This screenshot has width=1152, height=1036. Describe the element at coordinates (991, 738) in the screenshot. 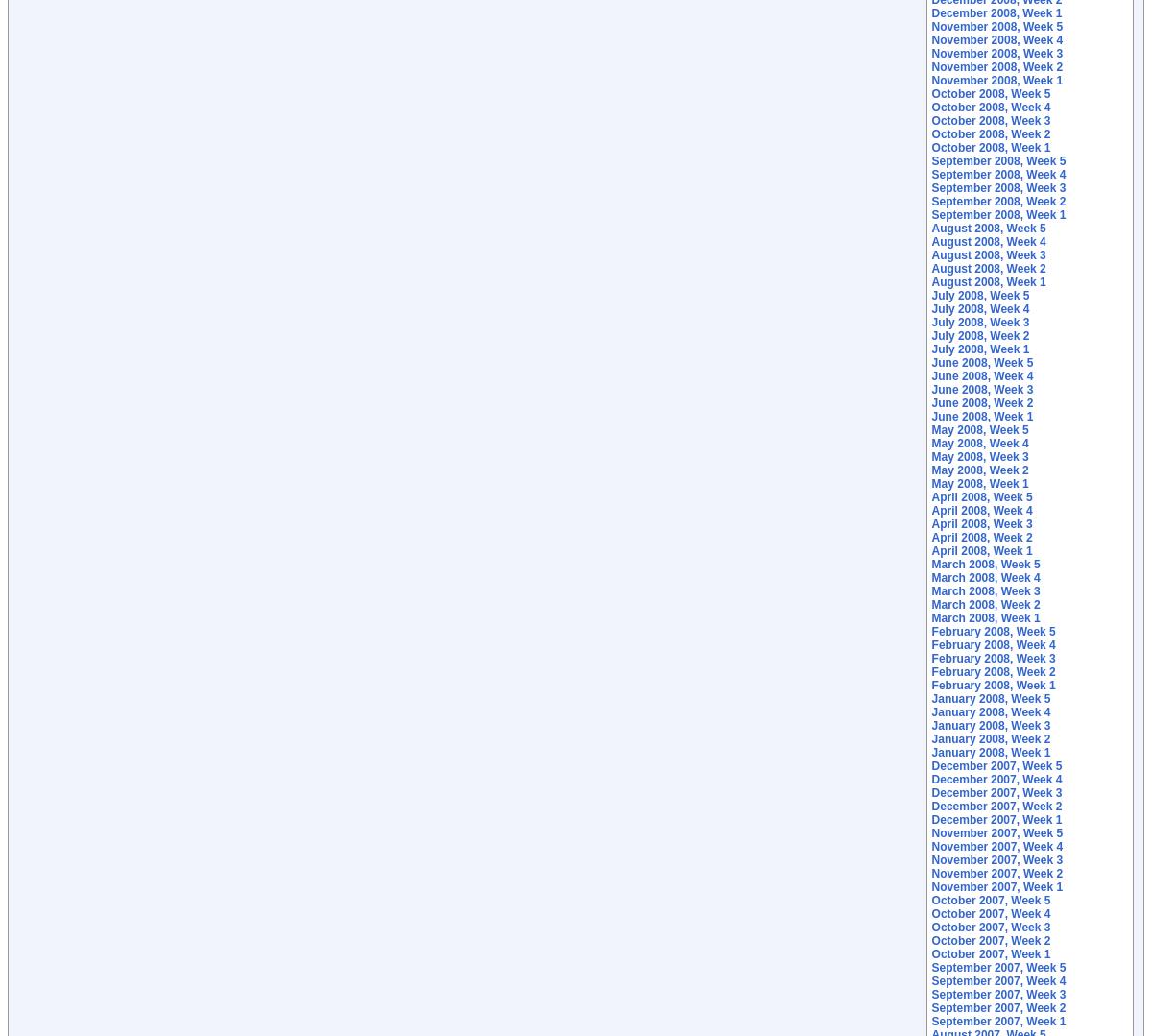

I see `'January 2008, Week 2'` at that location.